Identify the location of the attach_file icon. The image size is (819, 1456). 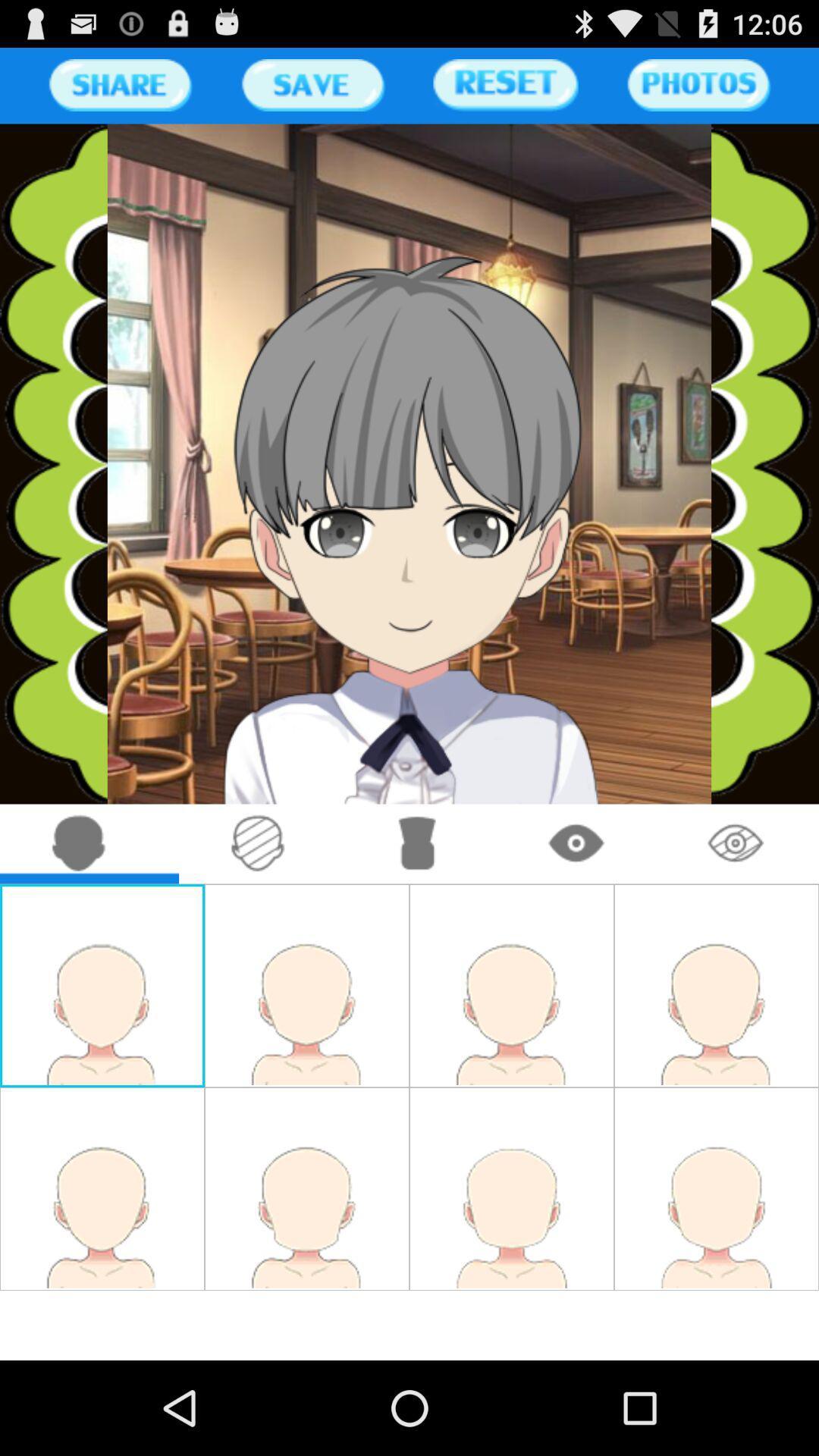
(258, 903).